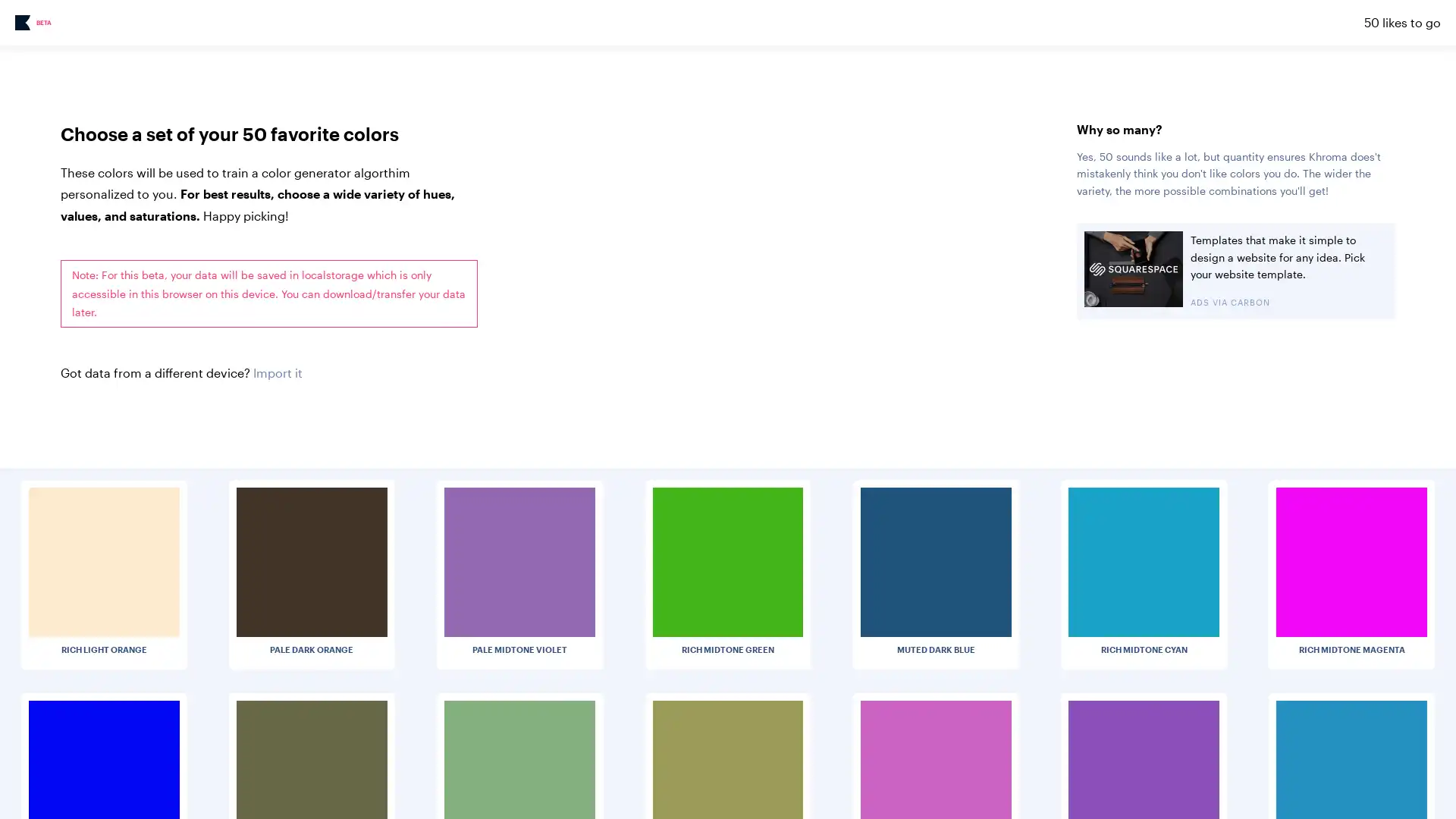 Image resolution: width=1456 pixels, height=819 pixels. What do you see at coordinates (291, 374) in the screenshot?
I see `Choose File` at bounding box center [291, 374].